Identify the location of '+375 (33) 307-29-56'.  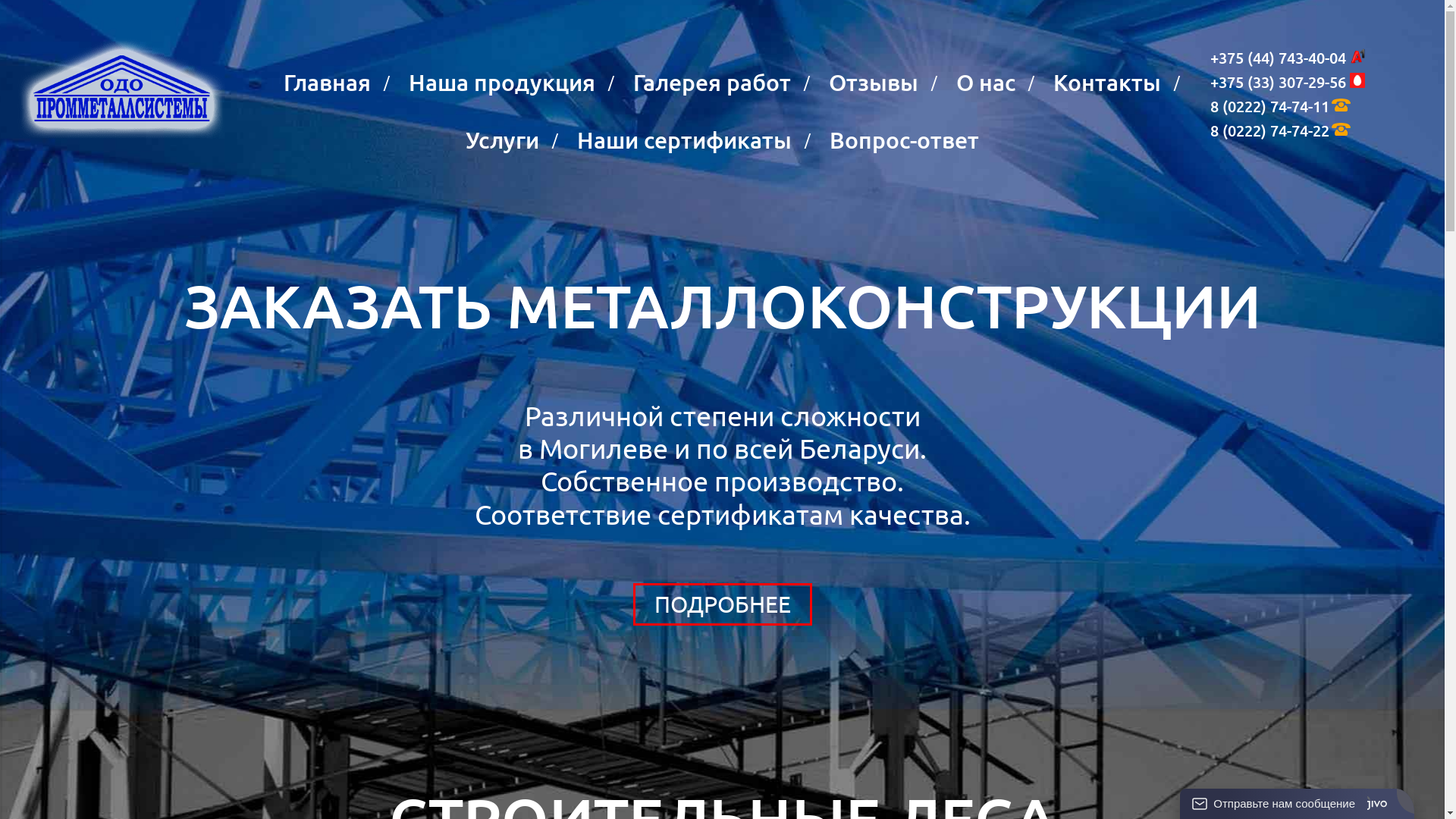
(1277, 82).